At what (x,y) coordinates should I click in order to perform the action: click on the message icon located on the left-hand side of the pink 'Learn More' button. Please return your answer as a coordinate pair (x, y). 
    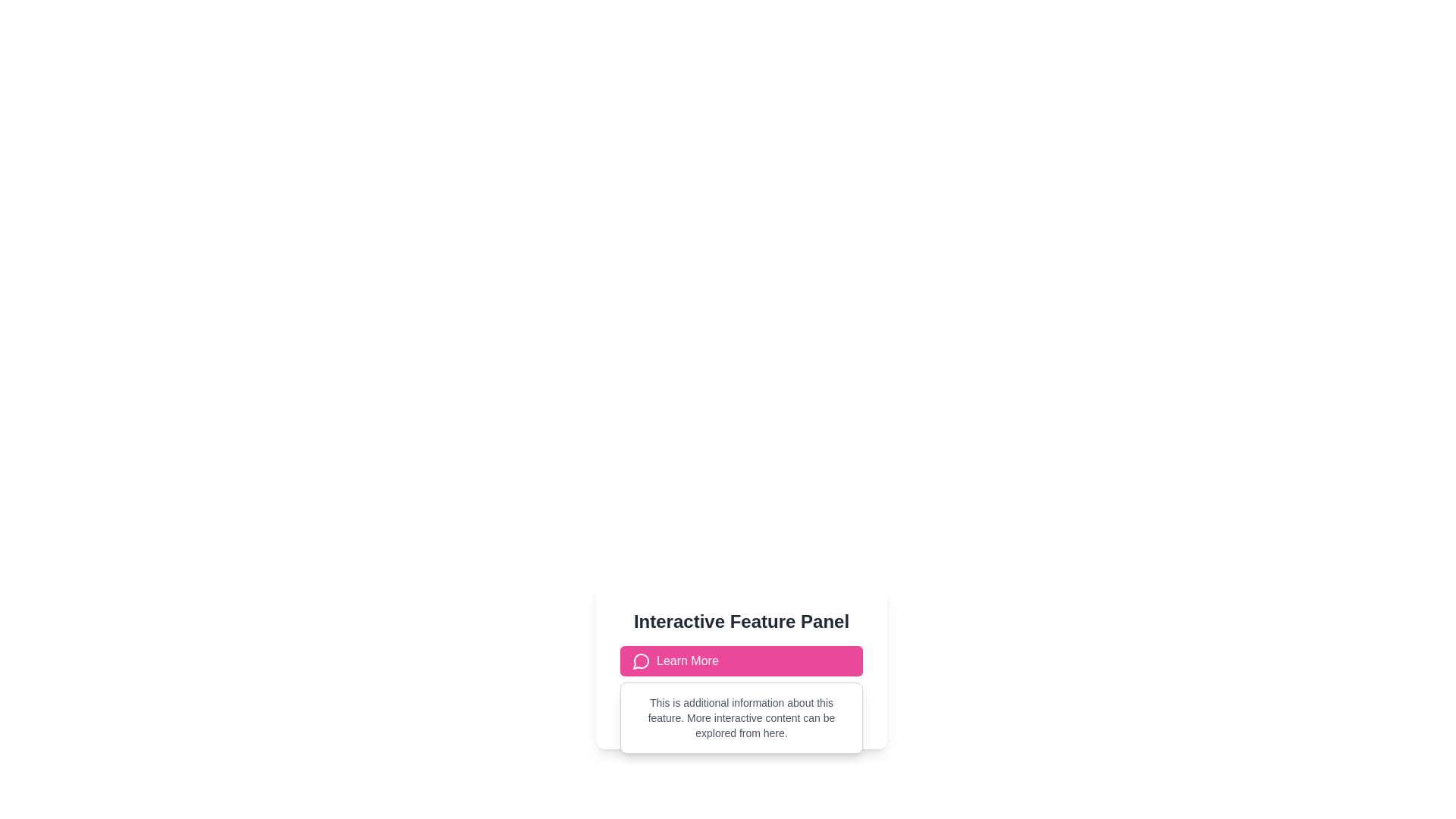
    Looking at the image, I should click on (641, 660).